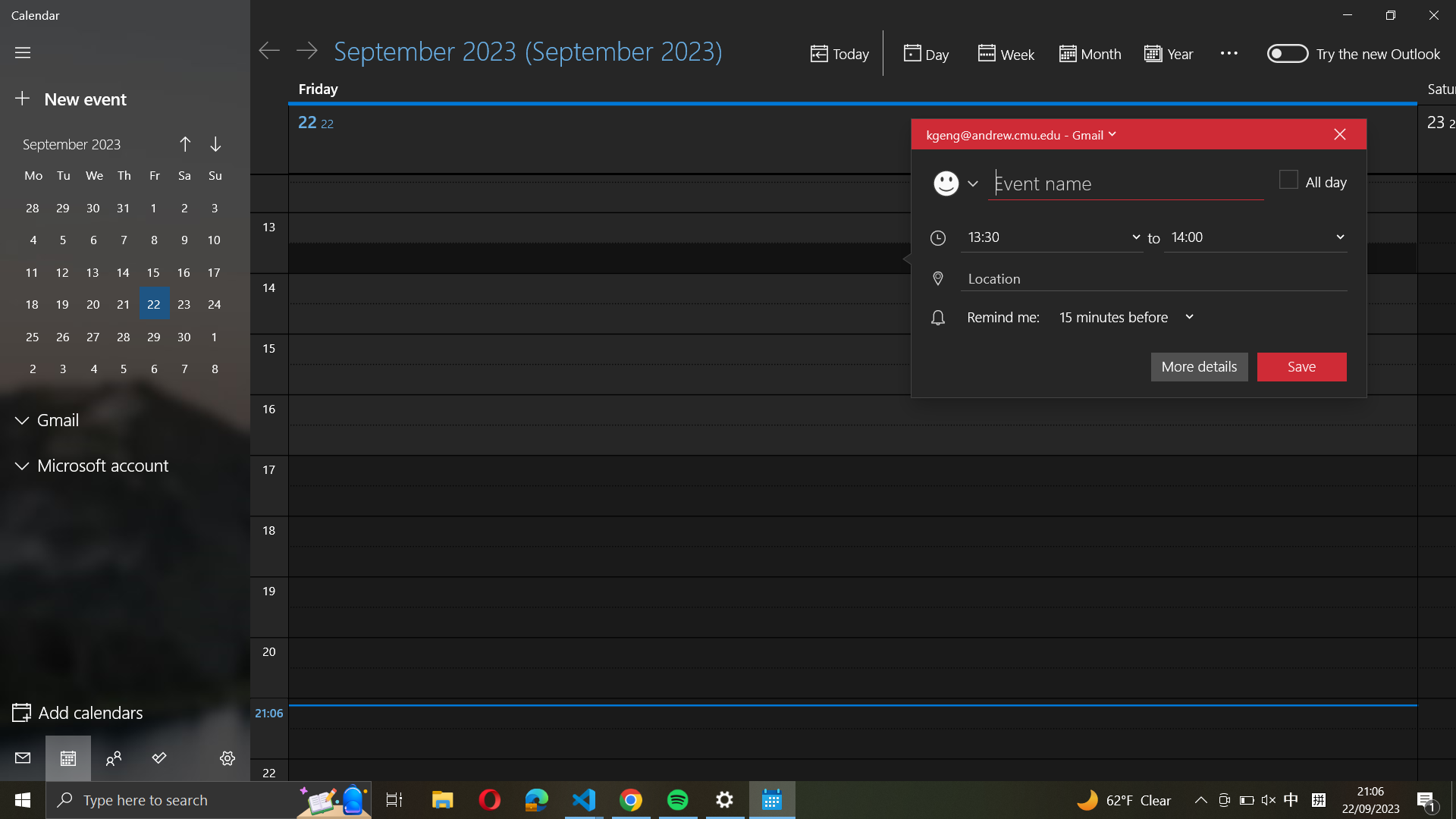 The width and height of the screenshot is (1456, 819). Describe the element at coordinates (1172, 52) in the screenshot. I see `the annual calendar` at that location.